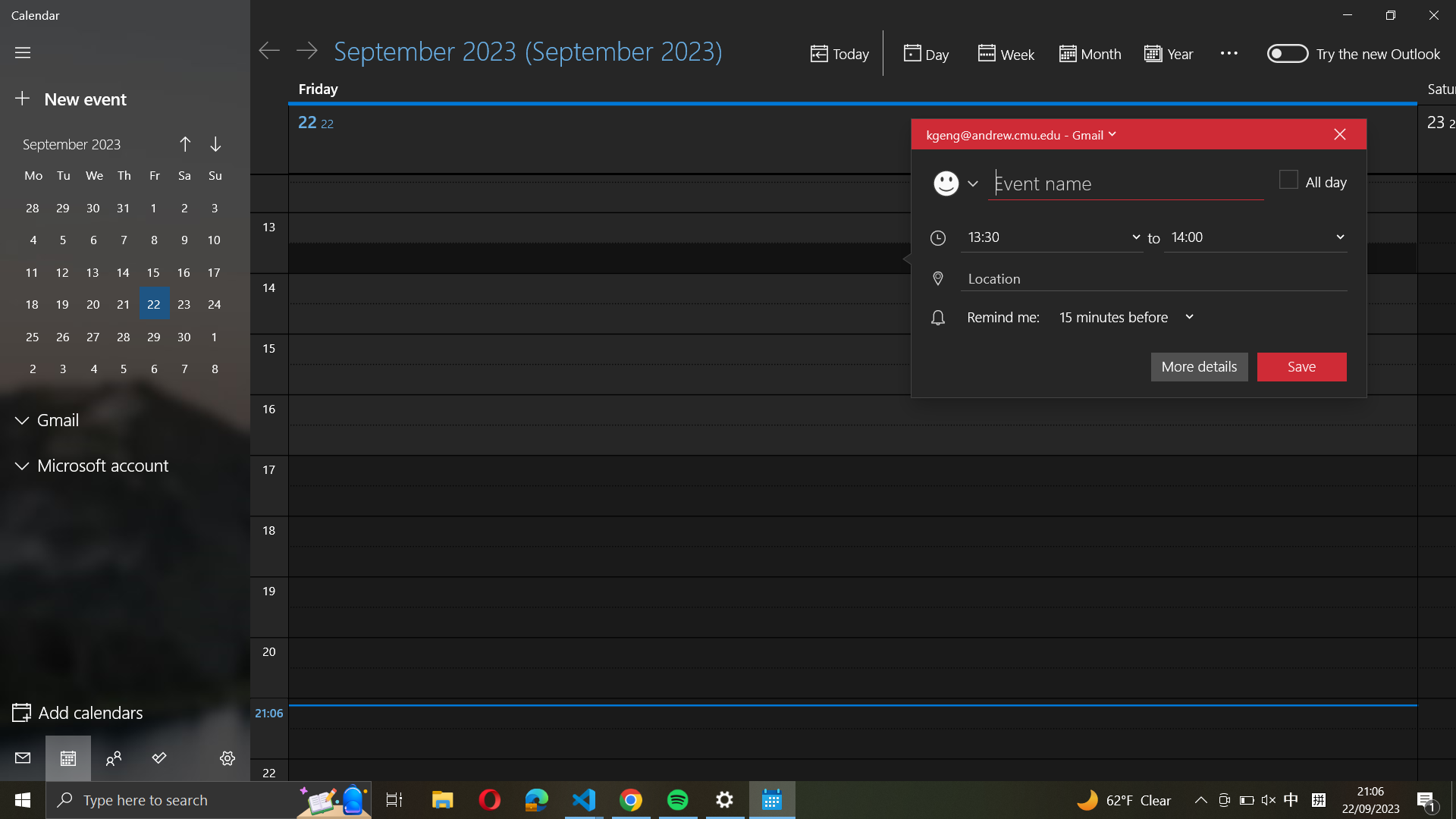 The width and height of the screenshot is (1456, 819). Describe the element at coordinates (1172, 52) in the screenshot. I see `the annual calendar` at that location.